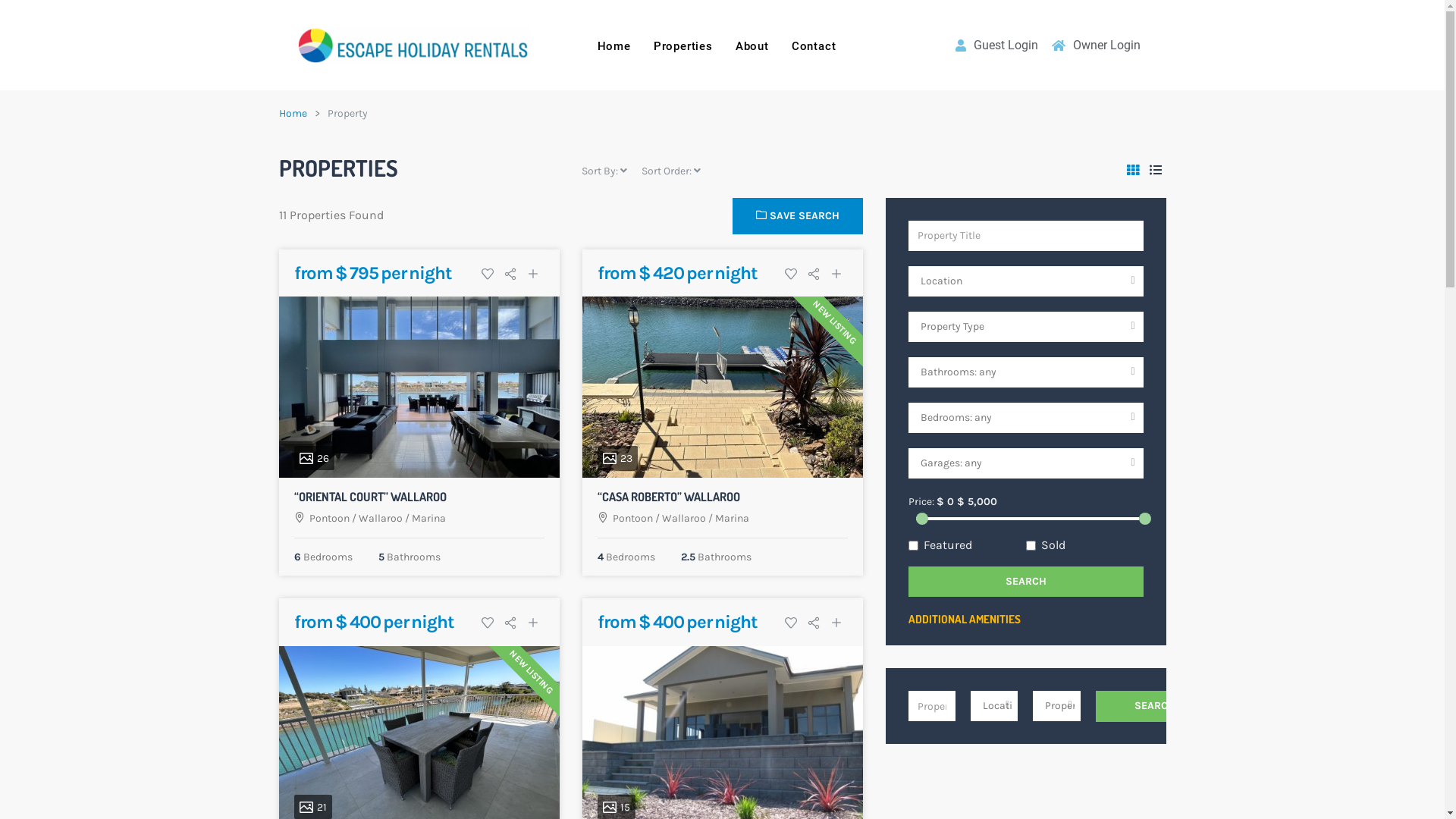  I want to click on 'Contact', so click(813, 45).